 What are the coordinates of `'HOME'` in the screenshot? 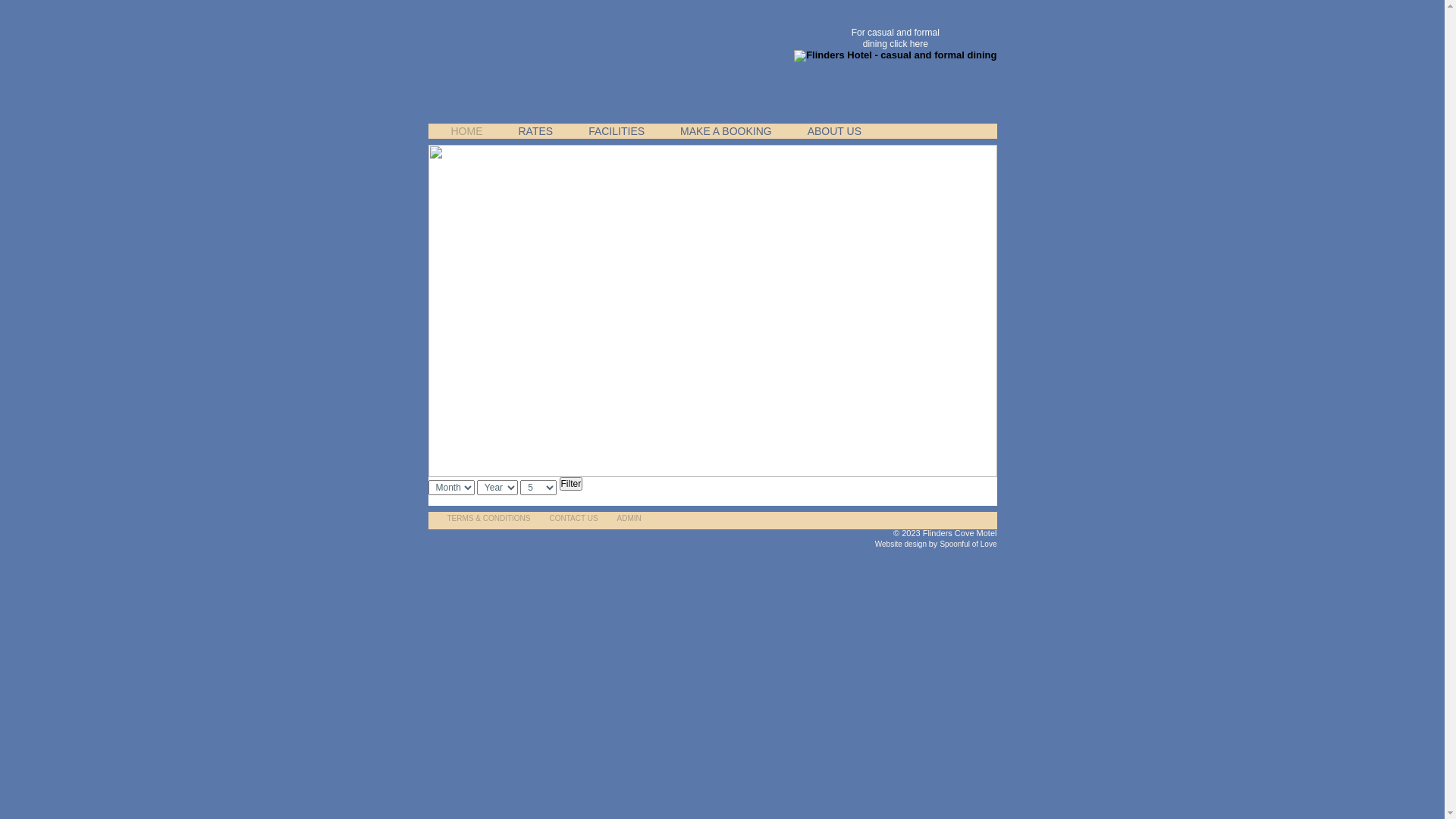 It's located at (461, 130).